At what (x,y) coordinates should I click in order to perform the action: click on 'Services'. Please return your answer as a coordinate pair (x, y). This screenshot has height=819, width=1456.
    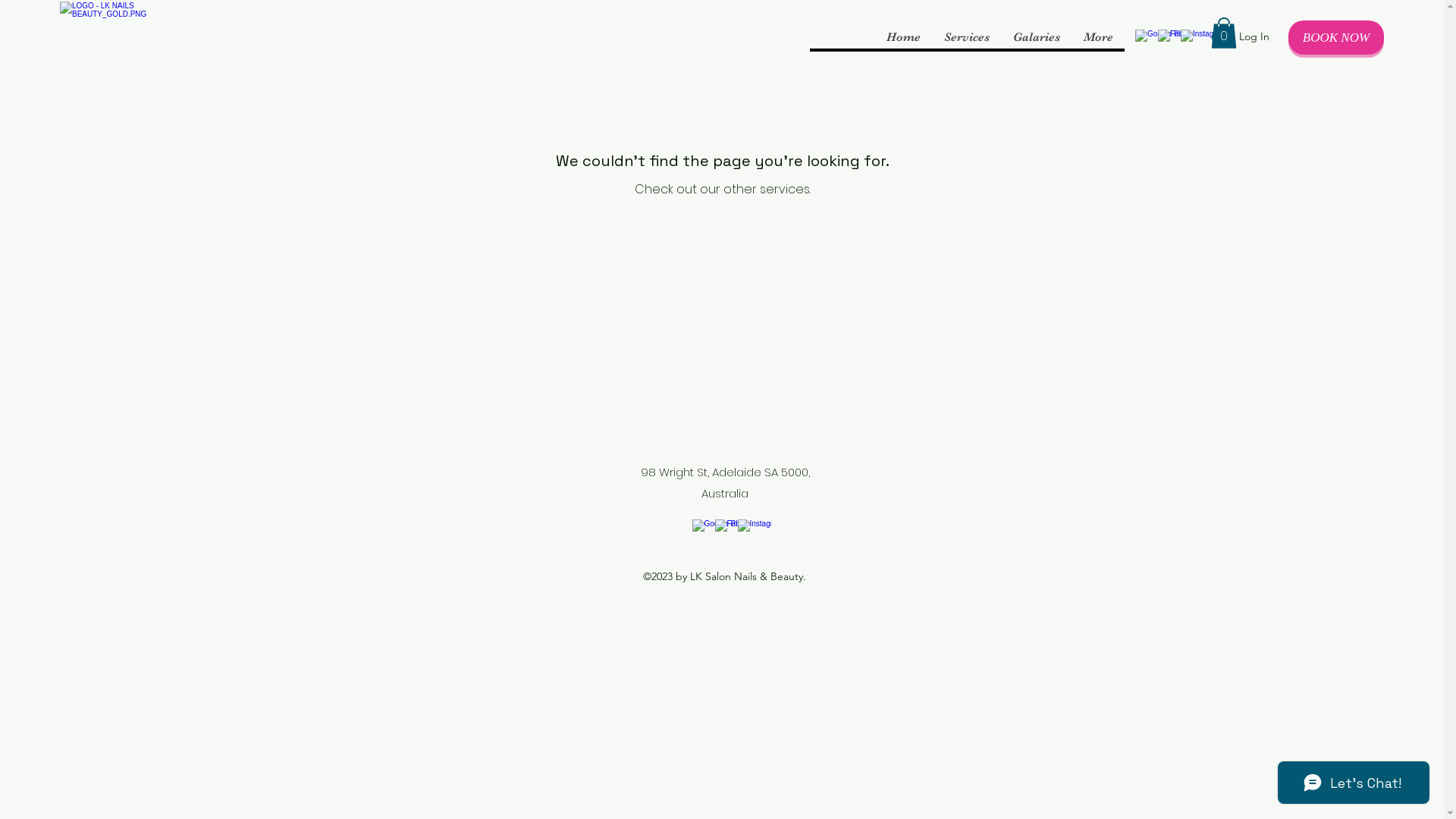
    Looking at the image, I should click on (930, 36).